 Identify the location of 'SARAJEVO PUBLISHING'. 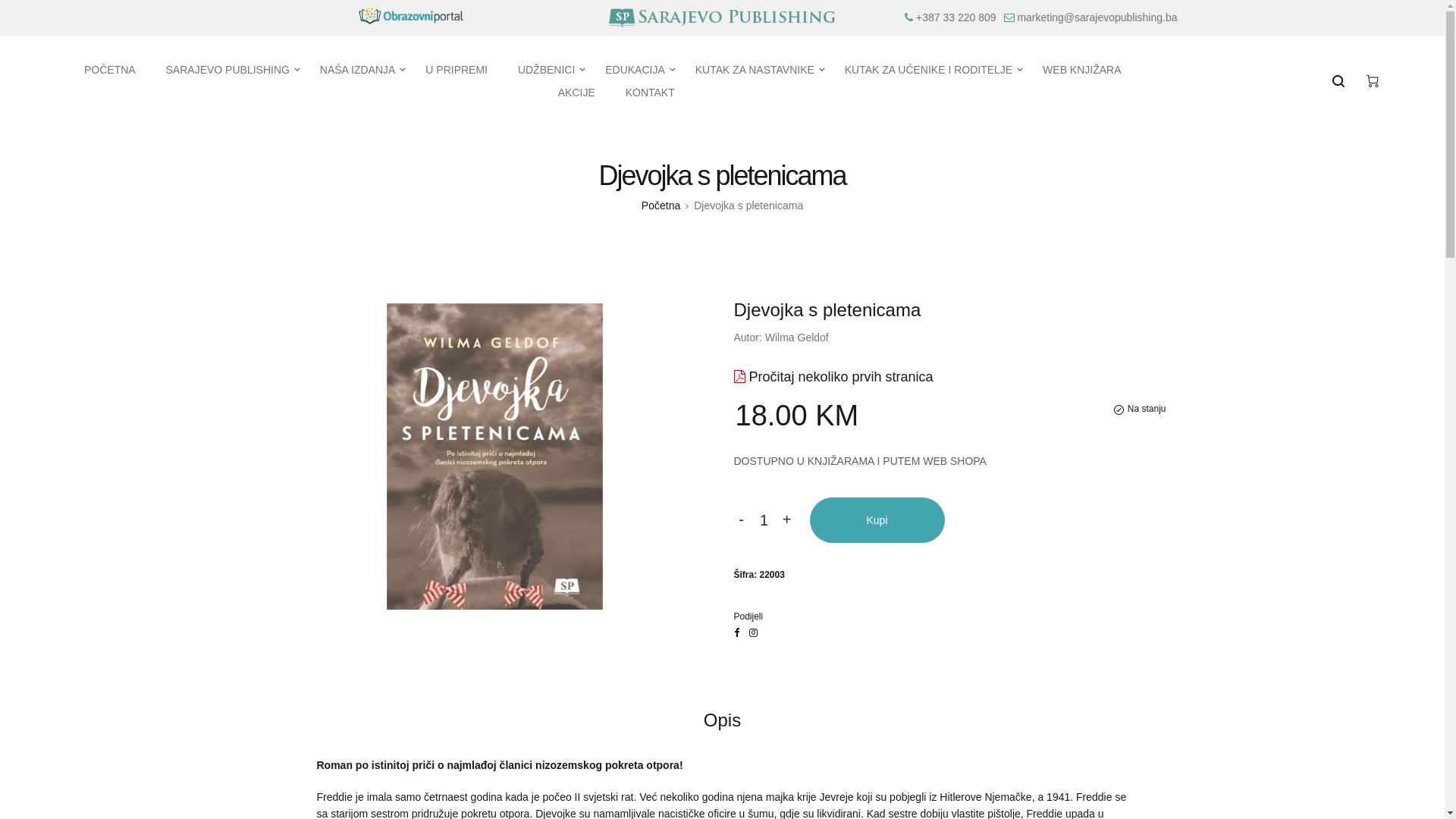
(227, 70).